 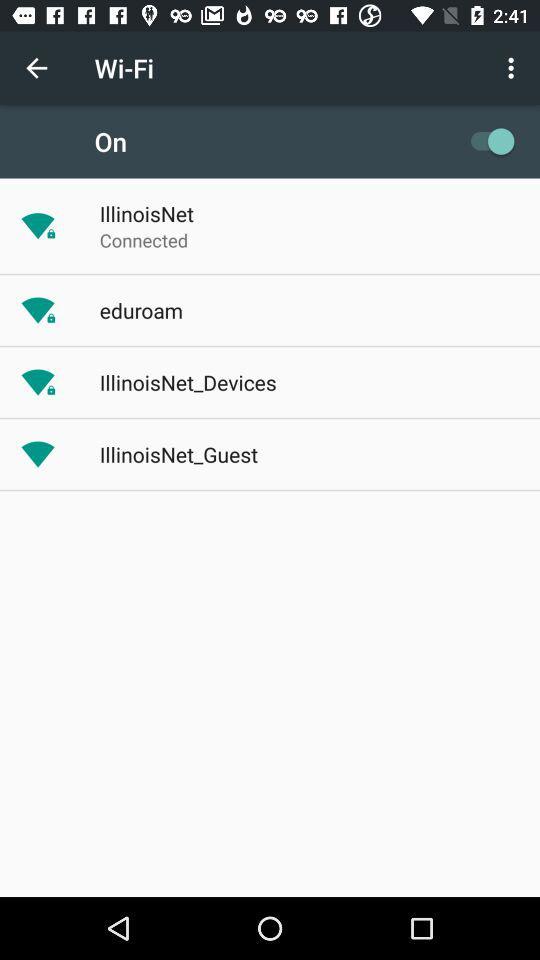 I want to click on connected, so click(x=143, y=240).